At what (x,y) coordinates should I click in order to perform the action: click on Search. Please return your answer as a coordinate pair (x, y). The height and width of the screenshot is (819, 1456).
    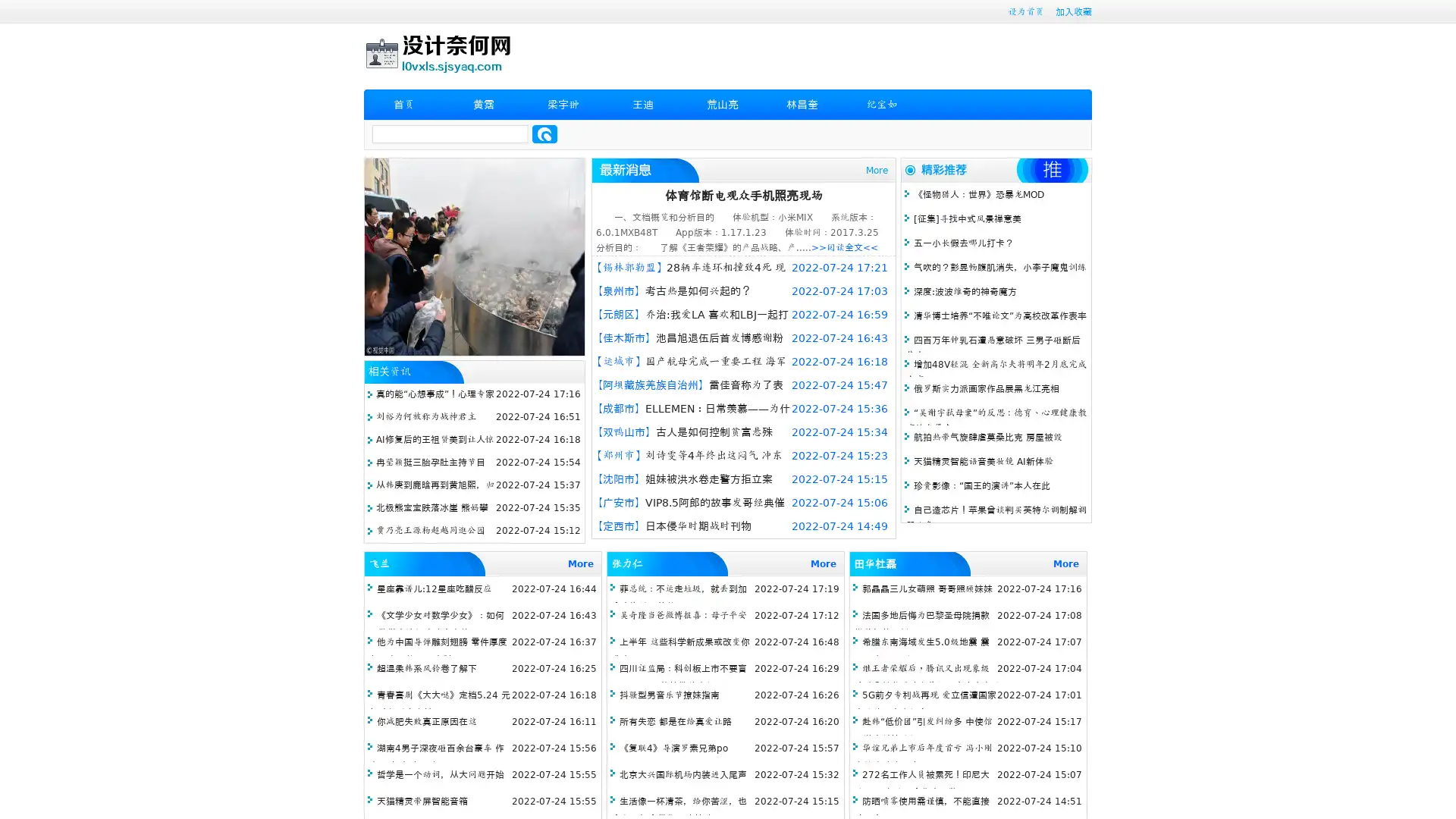
    Looking at the image, I should click on (544, 133).